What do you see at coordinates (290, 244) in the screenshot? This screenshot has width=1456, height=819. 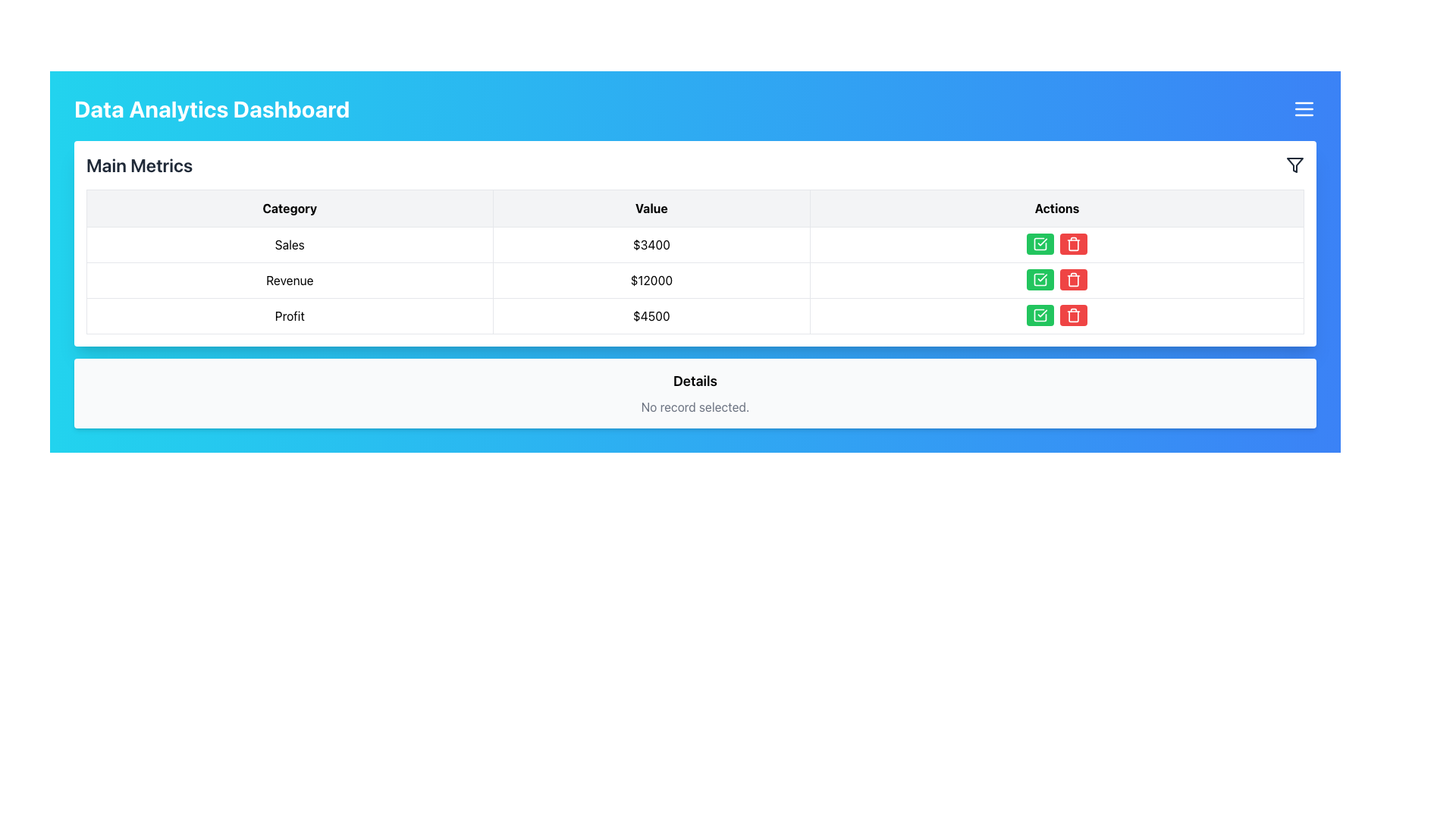 I see `the 'Sales' text label located in the first row under the 'Category' column, which categorizes the corresponding row's data` at bounding box center [290, 244].